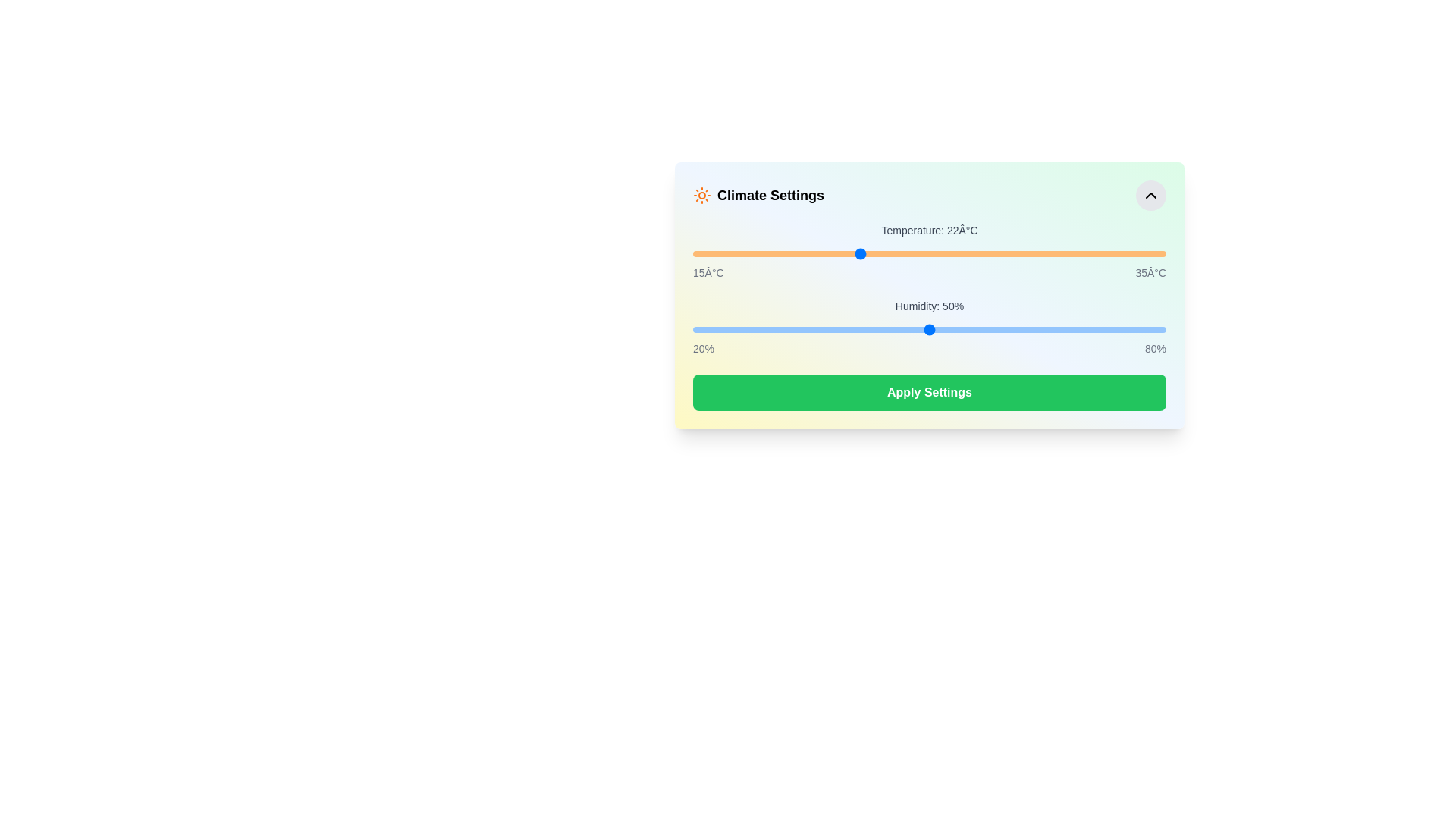 Image resolution: width=1456 pixels, height=819 pixels. Describe the element at coordinates (928, 271) in the screenshot. I see `the text label displaying temperature values '15°C' on the left and '35°C' on the right, which is located beneath the orange slider bar labeled 'Temperature: 22°C'` at that location.